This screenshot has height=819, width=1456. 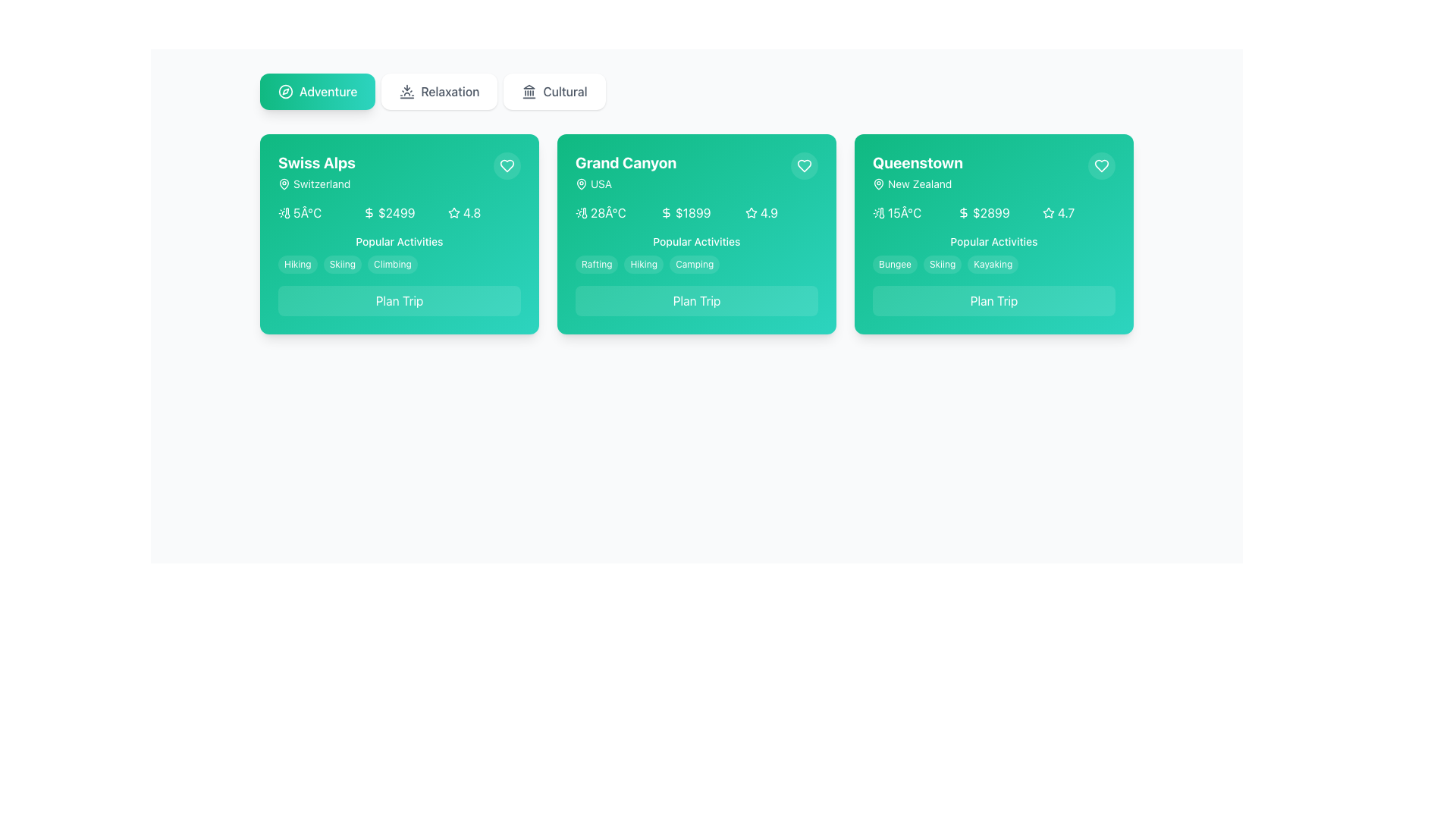 What do you see at coordinates (626, 171) in the screenshot?
I see `the 'Grand Canyon' label which displays the name in bold with 'USA' underneath, located in the top section of the center card` at bounding box center [626, 171].